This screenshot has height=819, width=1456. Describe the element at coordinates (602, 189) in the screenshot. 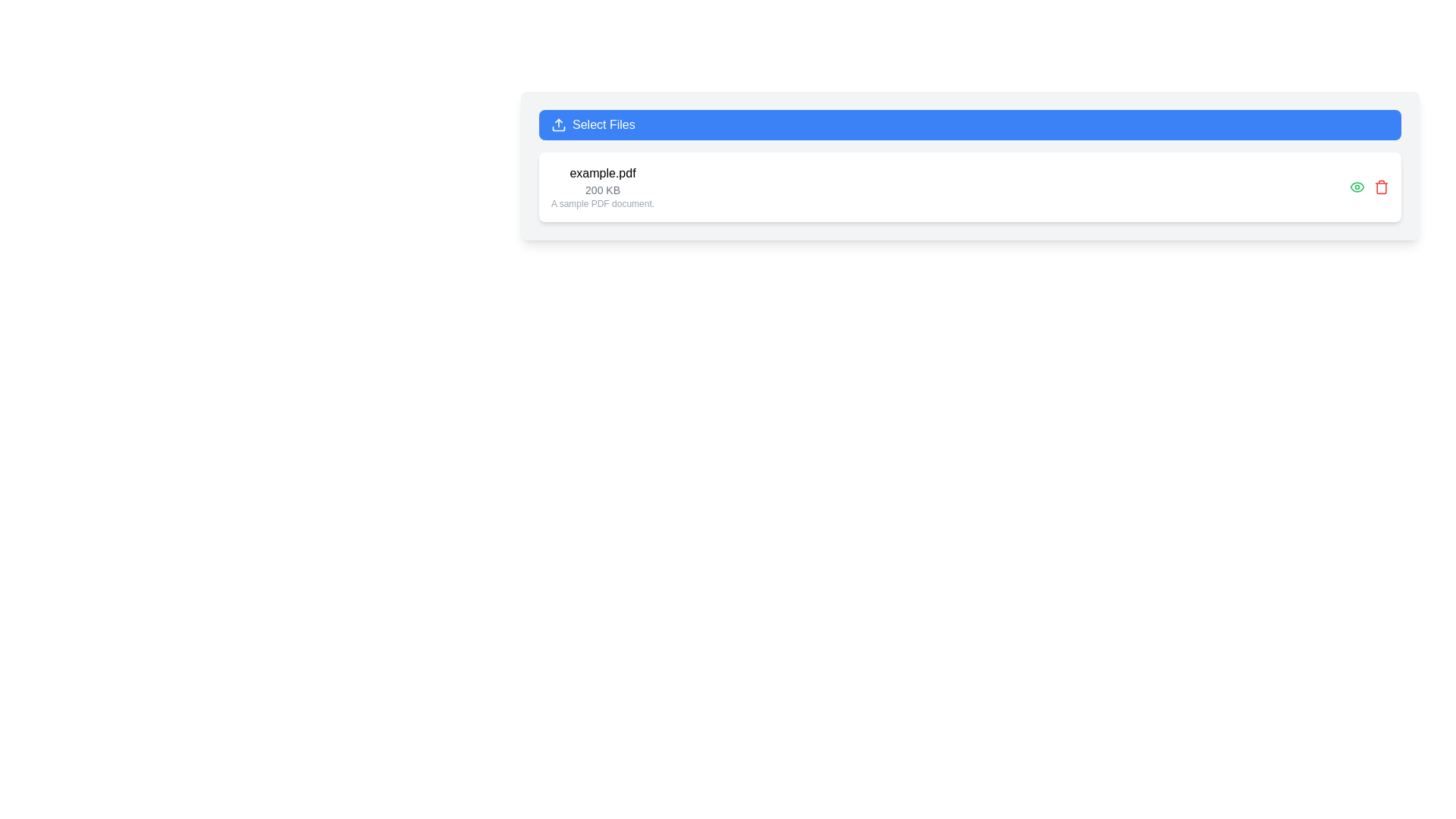

I see `text content of the Text Label displaying '200 KB', which is styled in a small, gray font and located below the file name 'example.pdf' and above the description of the file` at that location.